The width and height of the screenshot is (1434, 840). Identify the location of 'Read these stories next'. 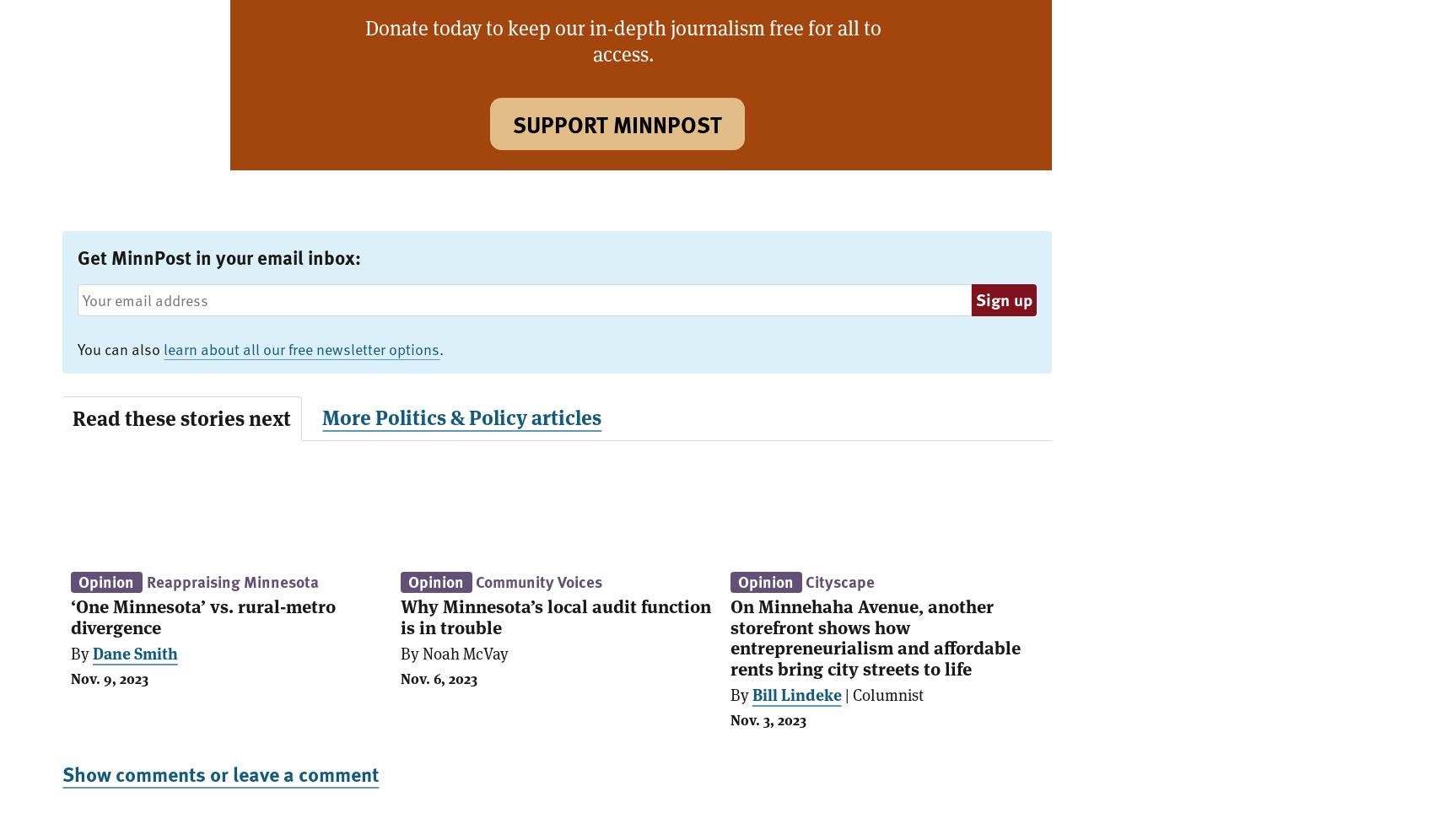
(181, 417).